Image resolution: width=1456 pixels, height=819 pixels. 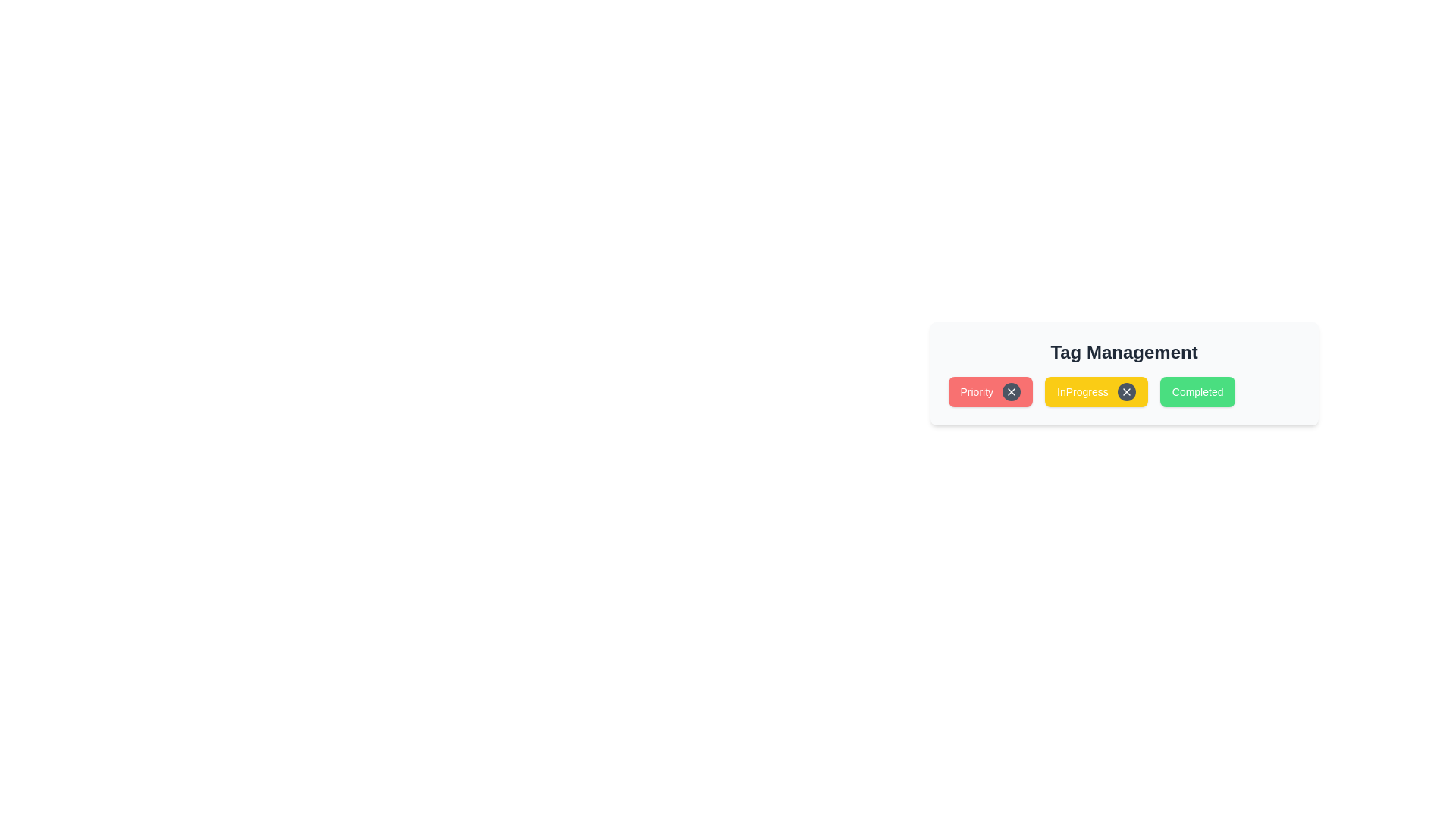 What do you see at coordinates (1197, 391) in the screenshot?
I see `the tag Completed` at bounding box center [1197, 391].